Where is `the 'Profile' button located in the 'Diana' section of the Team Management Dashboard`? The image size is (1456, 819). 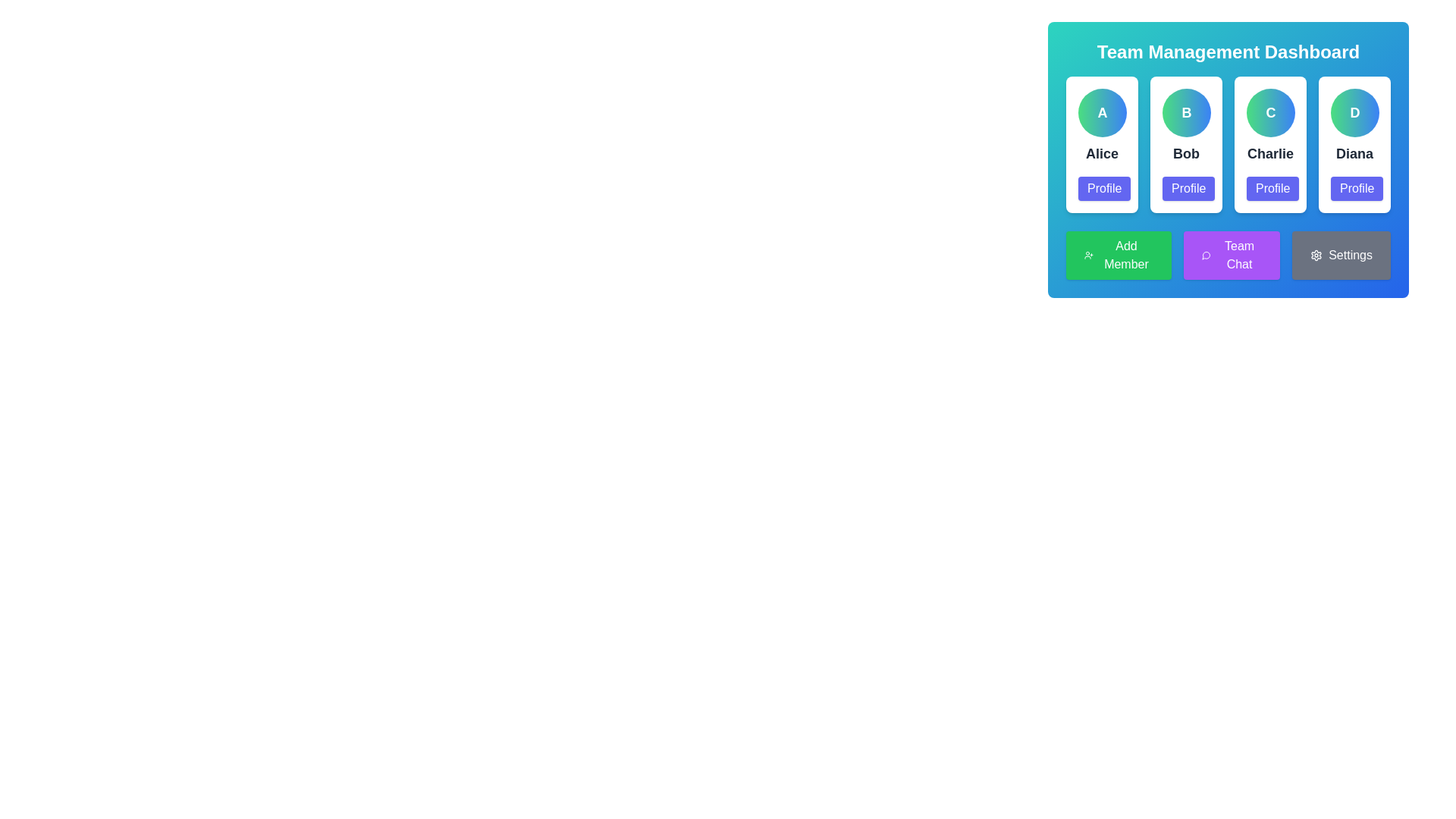 the 'Profile' button located in the 'Diana' section of the Team Management Dashboard is located at coordinates (1357, 188).